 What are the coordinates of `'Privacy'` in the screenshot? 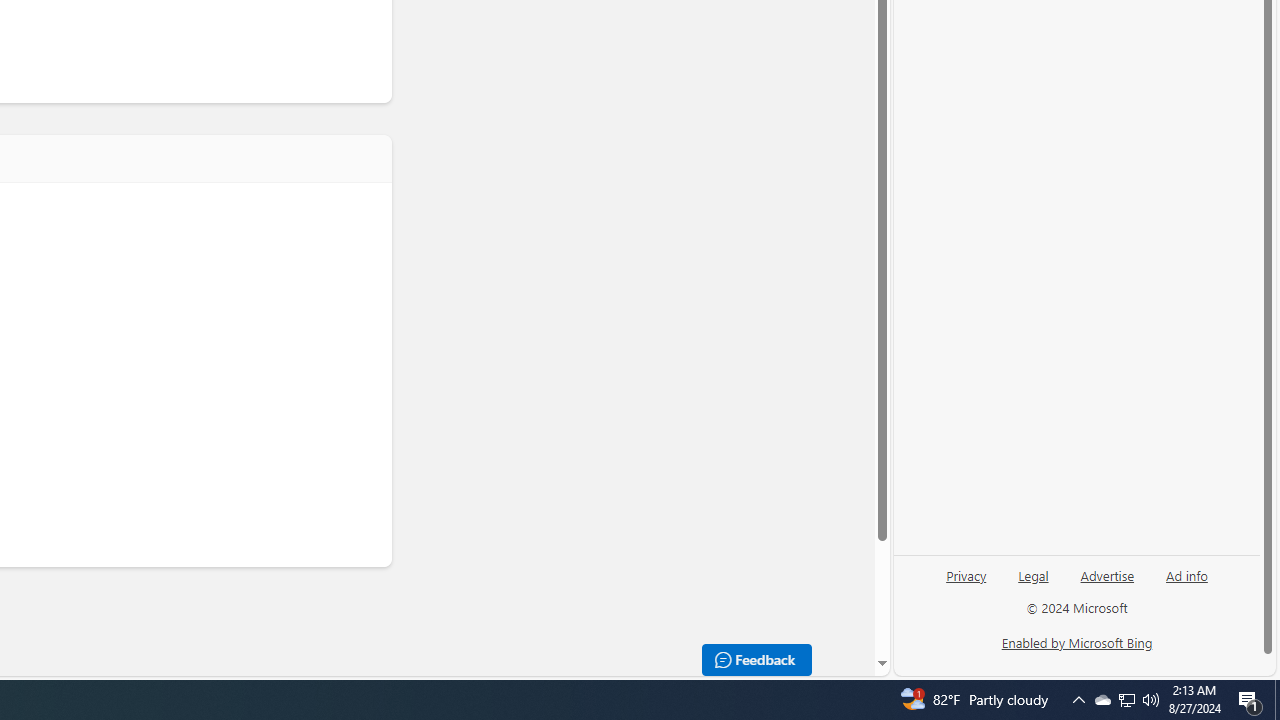 It's located at (966, 574).